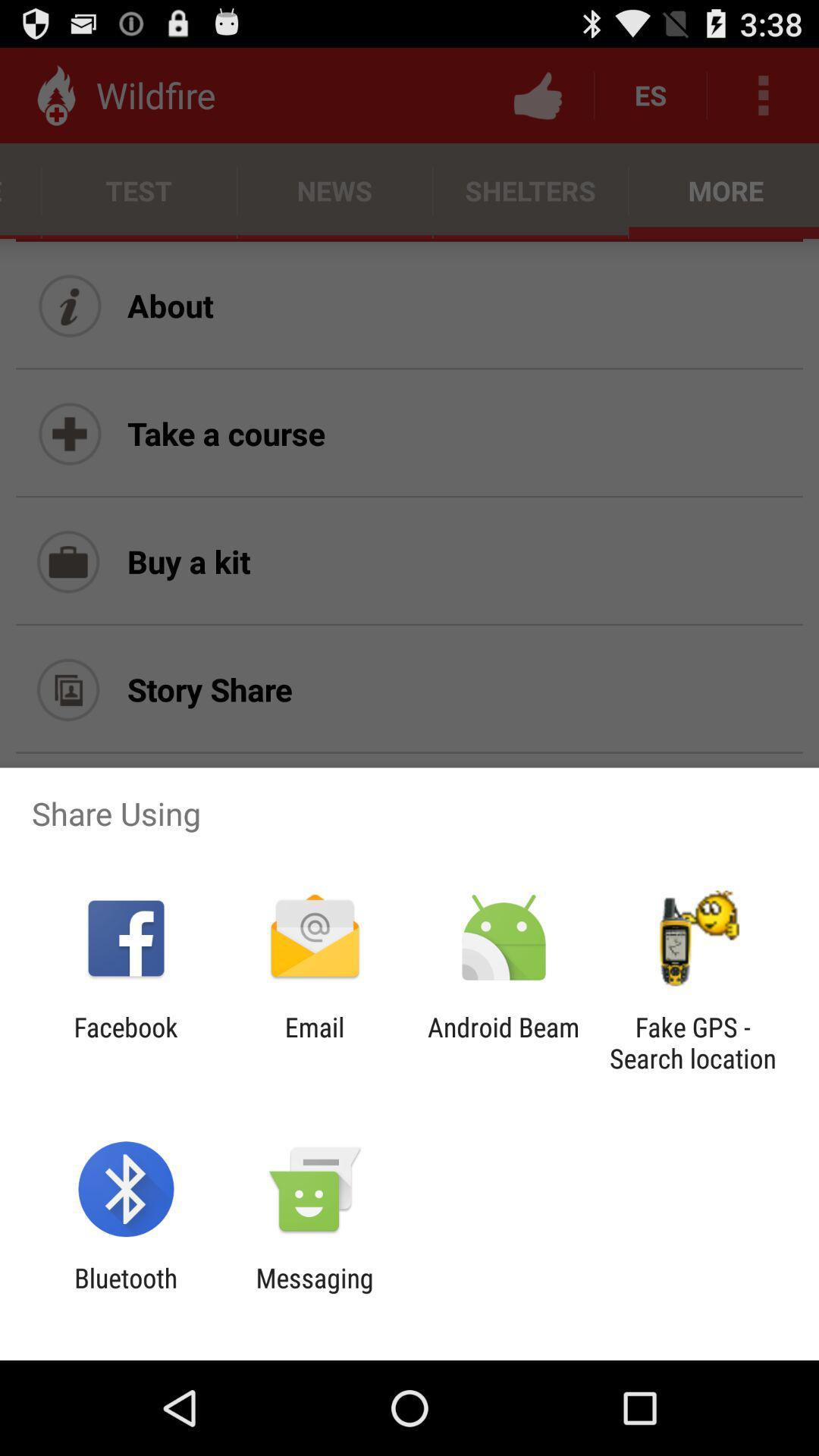 This screenshot has height=1456, width=819. Describe the element at coordinates (504, 1042) in the screenshot. I see `the item to the right of the email` at that location.